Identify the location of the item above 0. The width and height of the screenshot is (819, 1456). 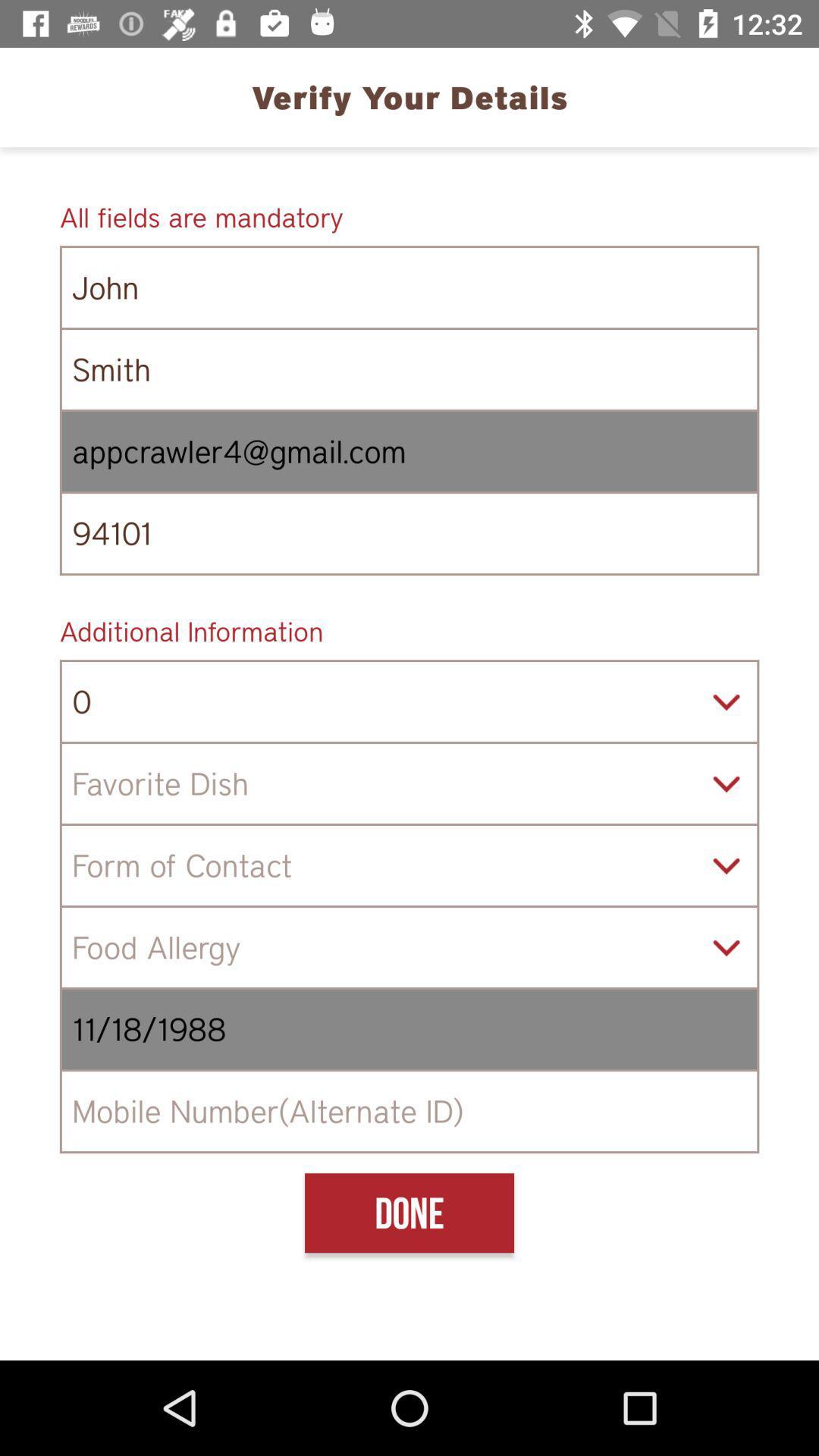
(409, 631).